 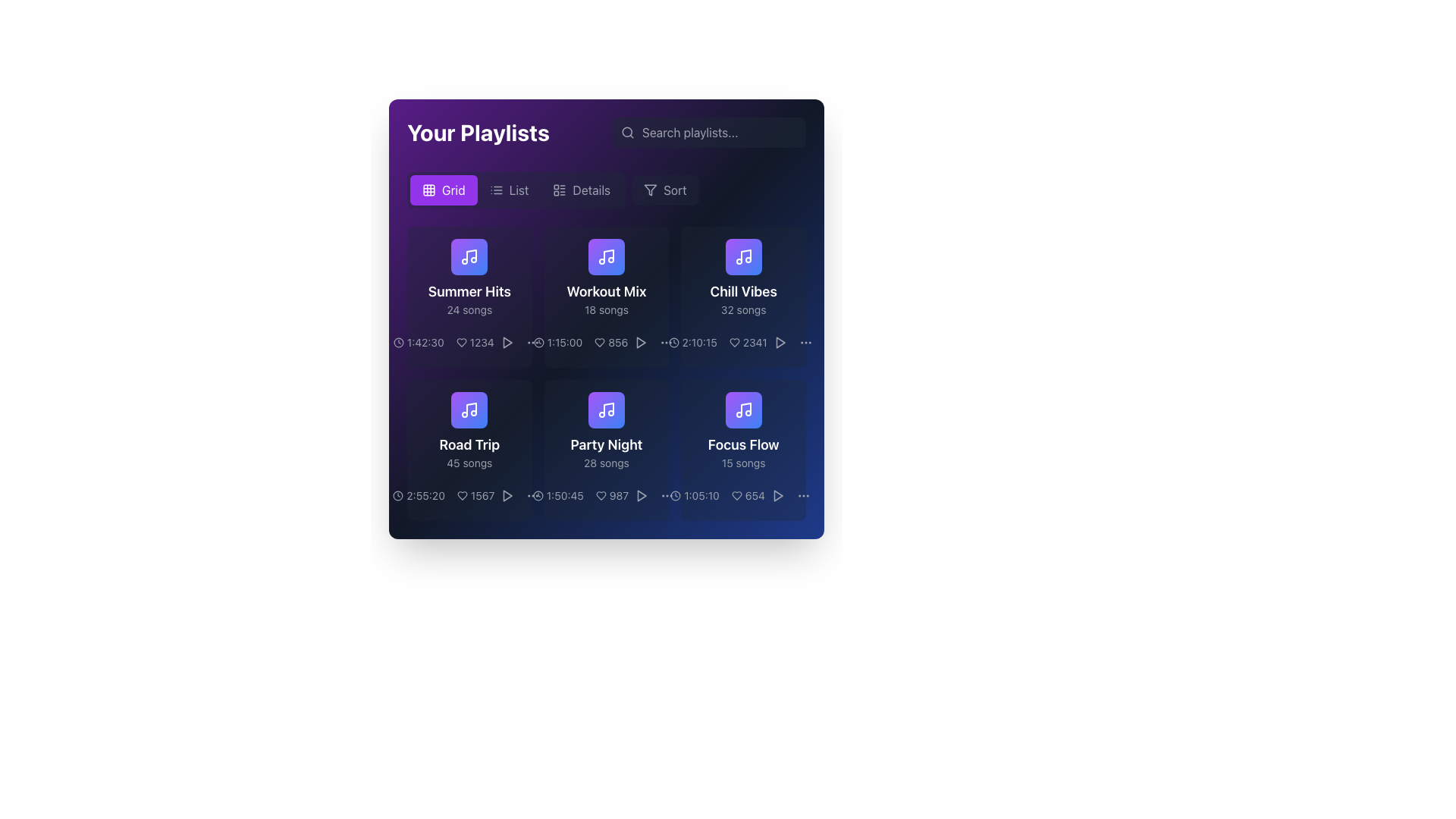 I want to click on the small icon button composed of three vertical dots, located at the bottom right of the 'Focus Flow' playlist item, to observe interactive effects, so click(x=803, y=496).